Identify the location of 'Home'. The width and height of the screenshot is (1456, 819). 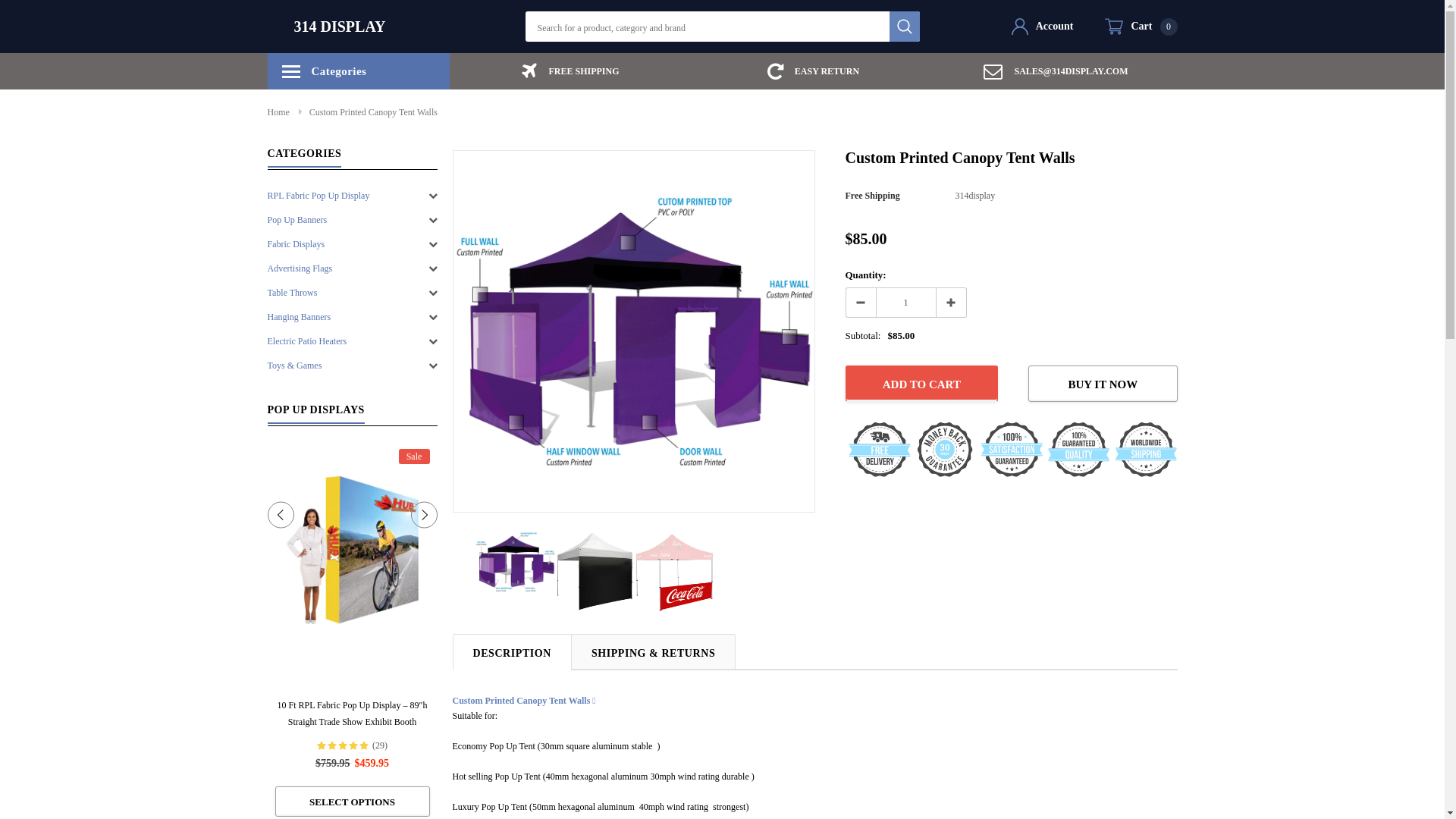
(278, 111).